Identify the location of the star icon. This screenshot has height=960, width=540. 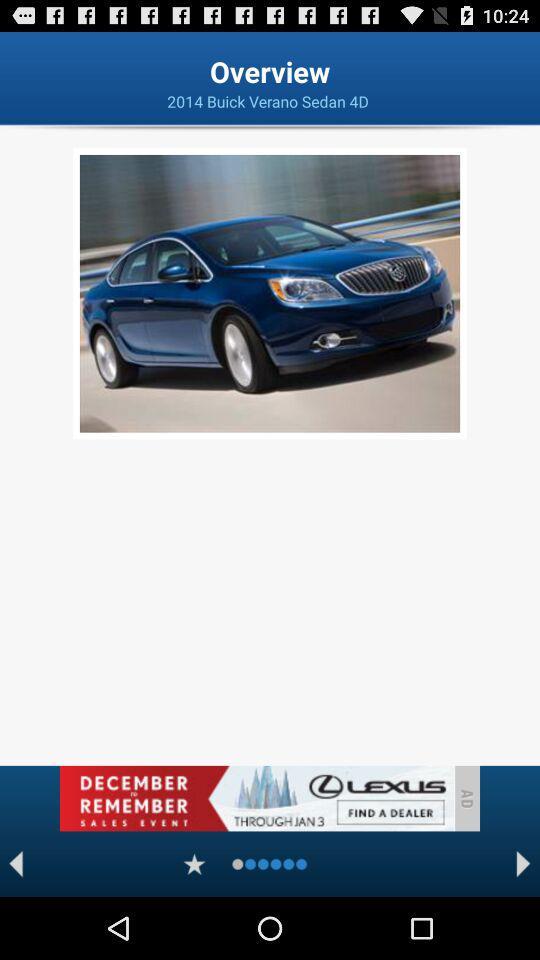
(194, 924).